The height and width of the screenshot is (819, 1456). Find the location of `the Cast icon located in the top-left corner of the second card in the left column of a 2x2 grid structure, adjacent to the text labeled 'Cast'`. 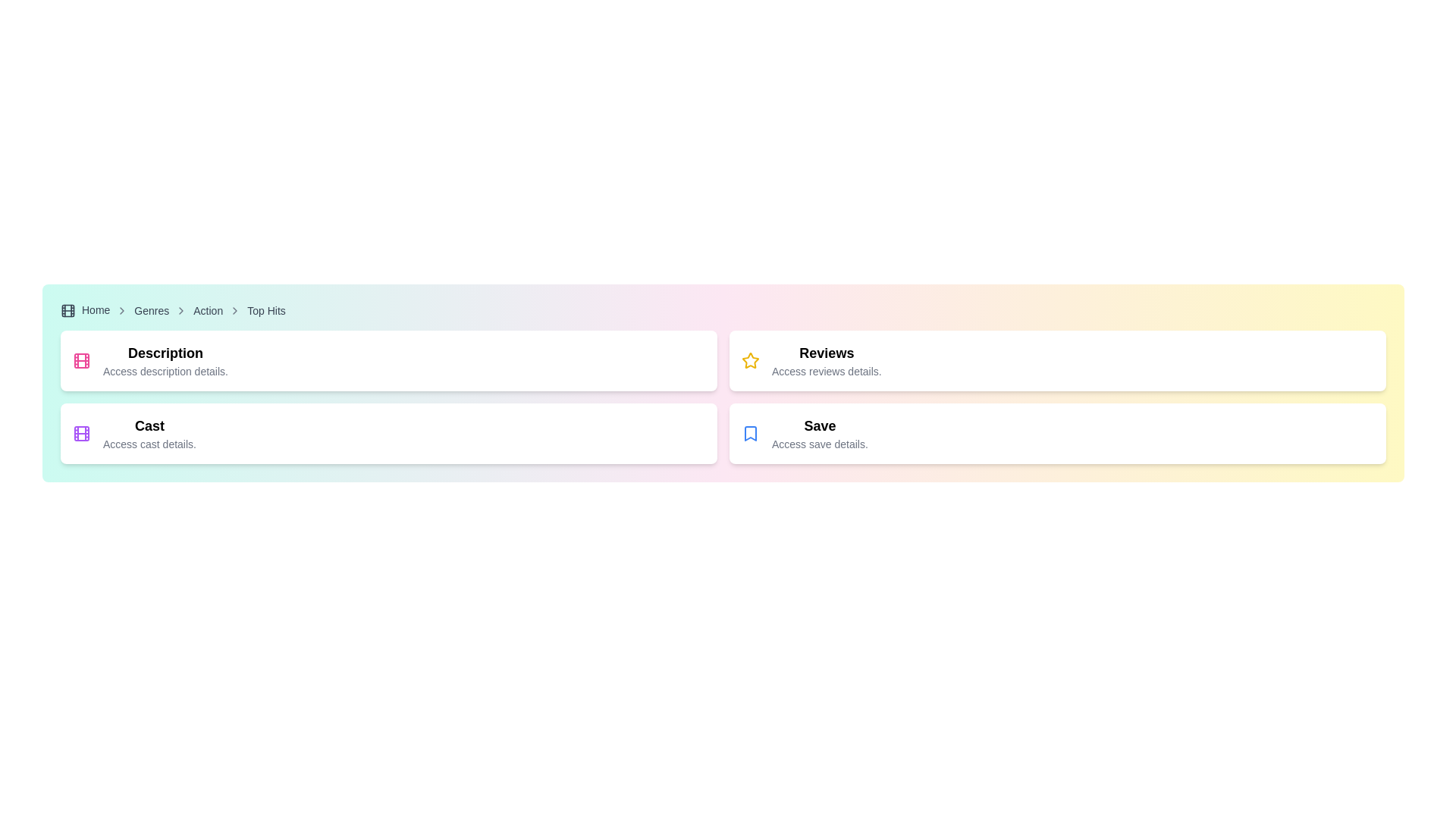

the Cast icon located in the top-left corner of the second card in the left column of a 2x2 grid structure, adjacent to the text labeled 'Cast' is located at coordinates (81, 433).